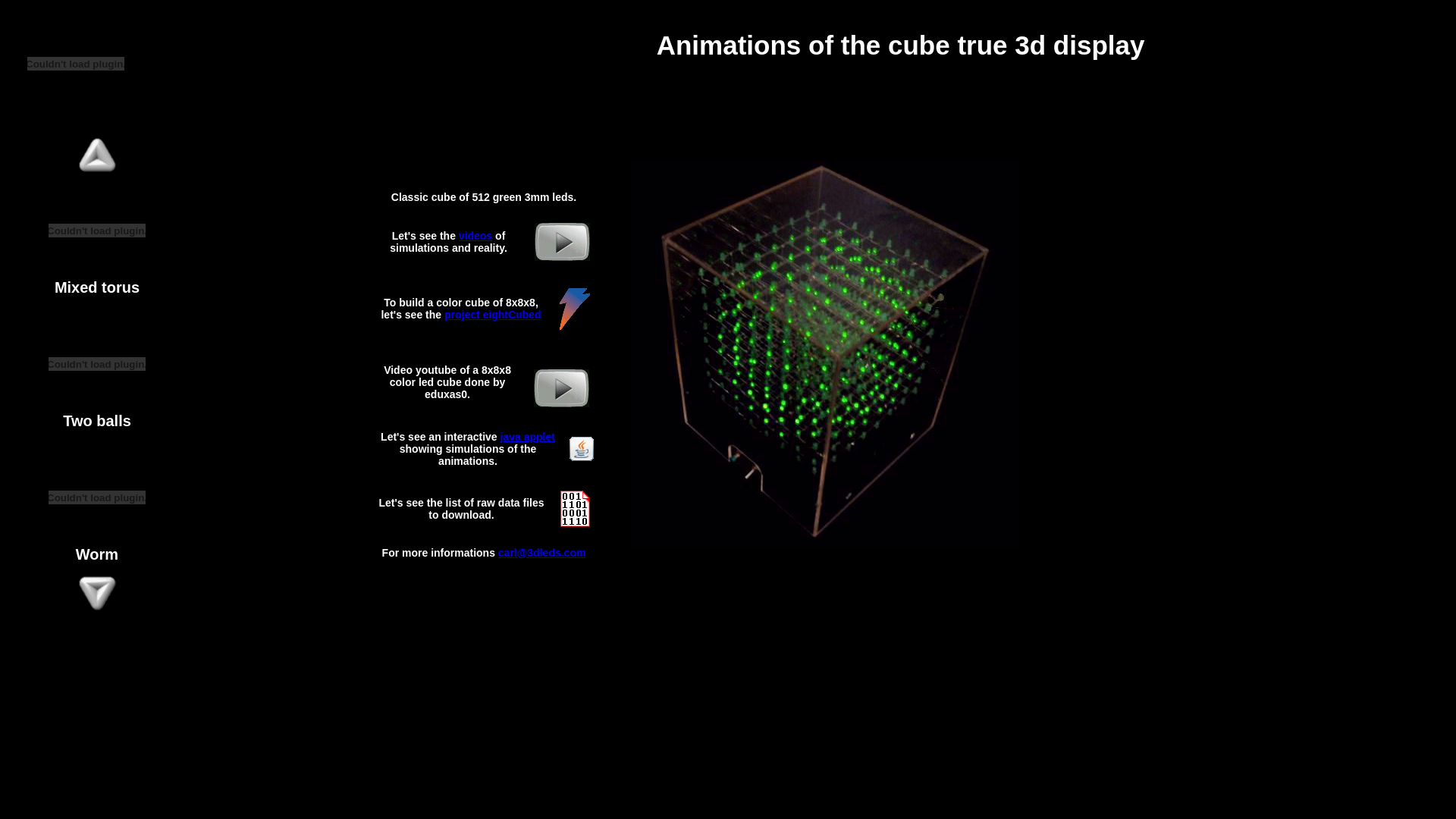 This screenshot has width=1456, height=819. Describe the element at coordinates (568, 455) in the screenshot. I see `'Interactive java applet 3d viewer of simulations'` at that location.